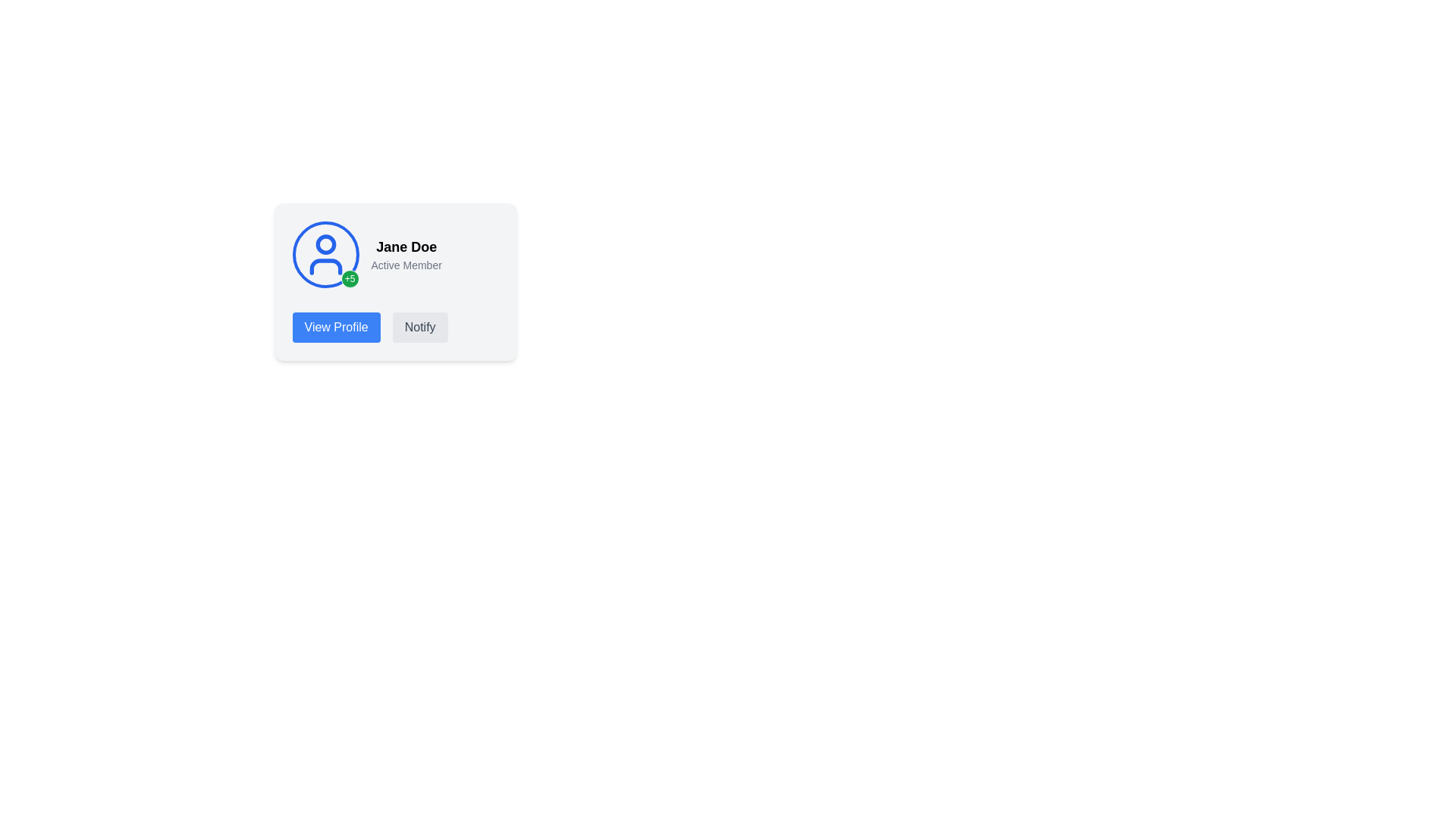  What do you see at coordinates (325, 243) in the screenshot?
I see `the circular head element of the person icon, which is outlined in blue and positioned to the left of the text 'Jane Doe \n Active Member'` at bounding box center [325, 243].